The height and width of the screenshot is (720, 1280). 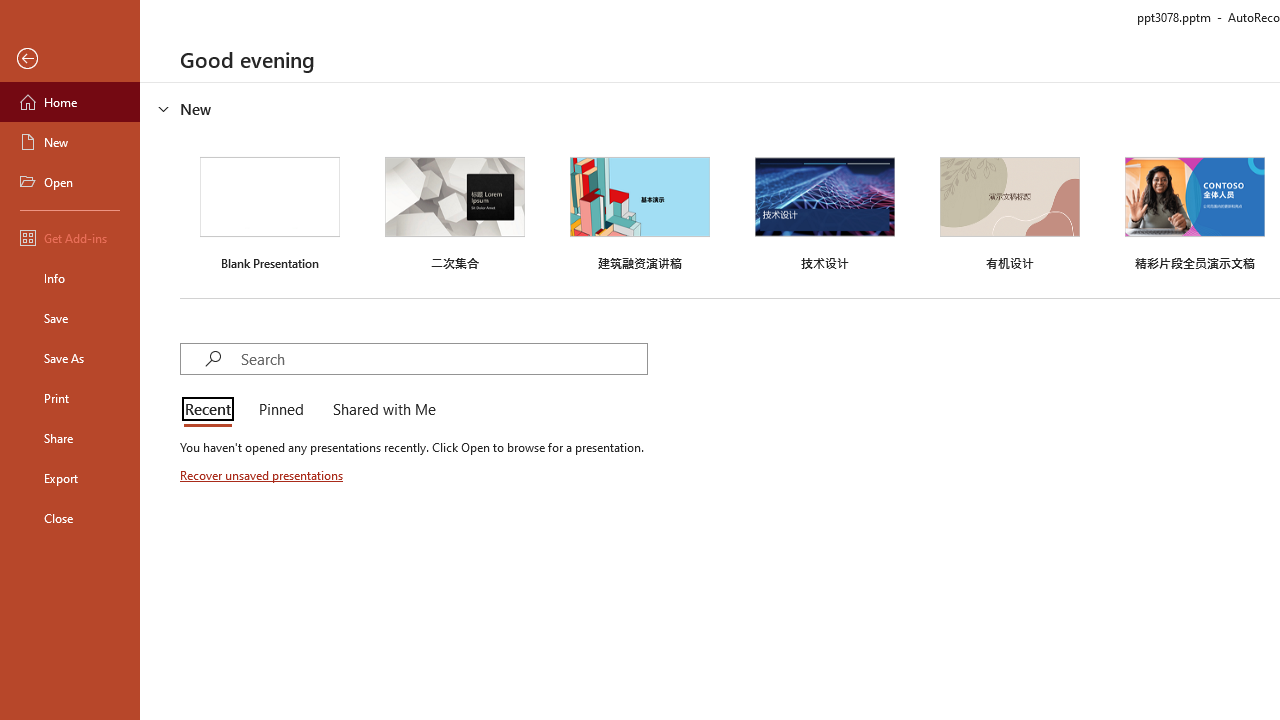 I want to click on 'Save As', so click(x=69, y=356).